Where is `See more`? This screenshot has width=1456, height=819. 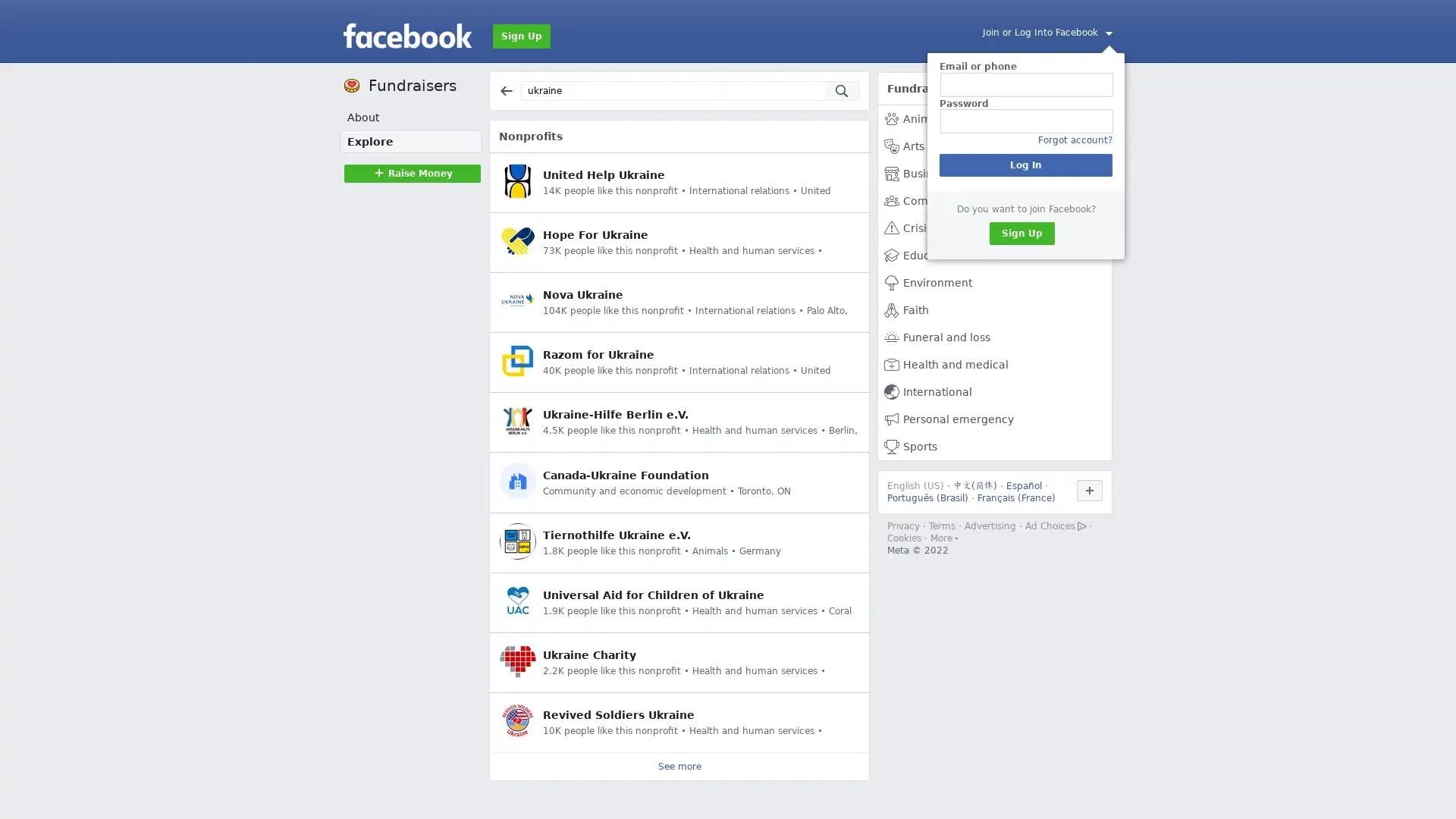 See more is located at coordinates (679, 765).